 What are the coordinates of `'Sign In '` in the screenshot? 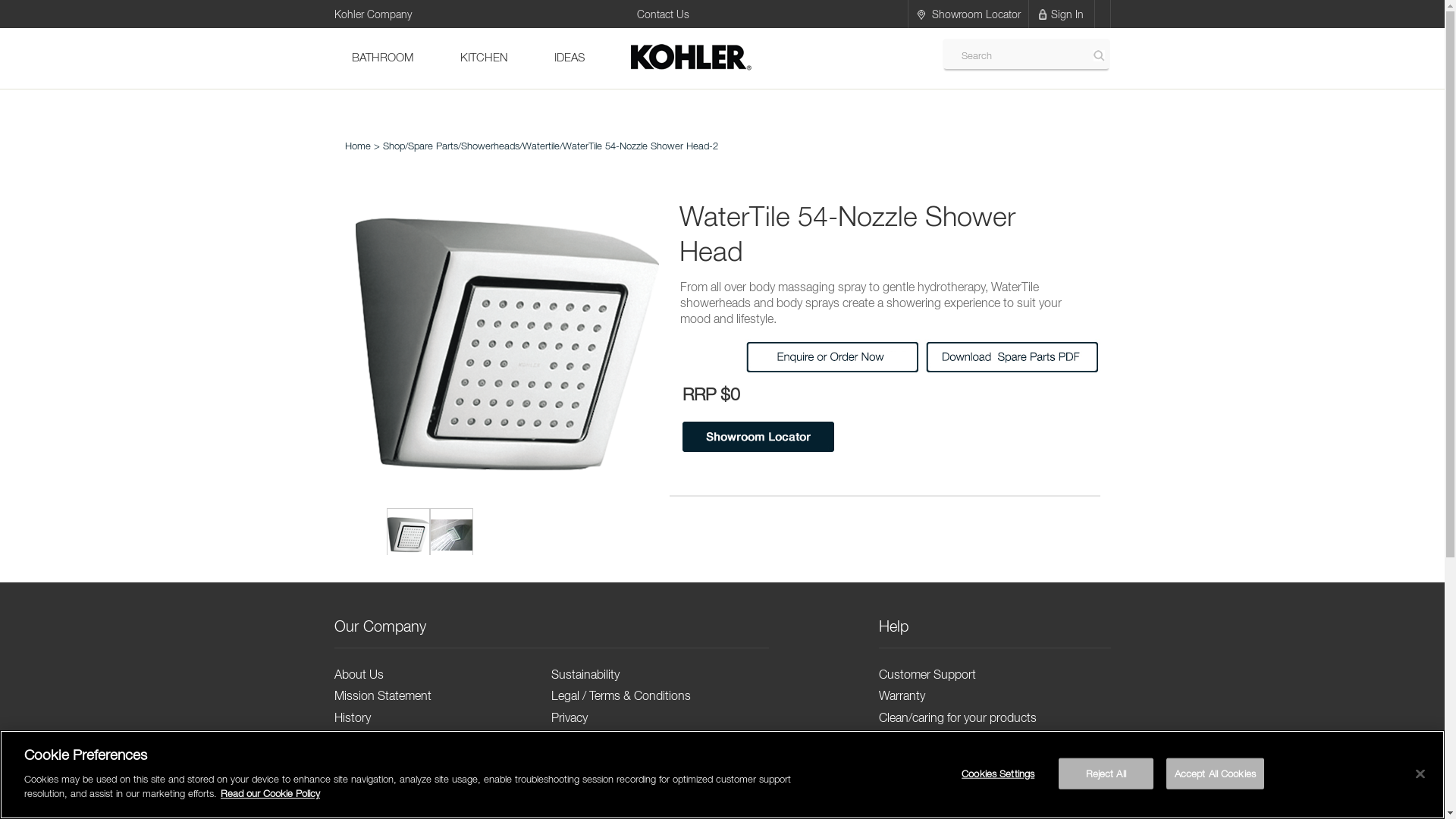 It's located at (1068, 14).